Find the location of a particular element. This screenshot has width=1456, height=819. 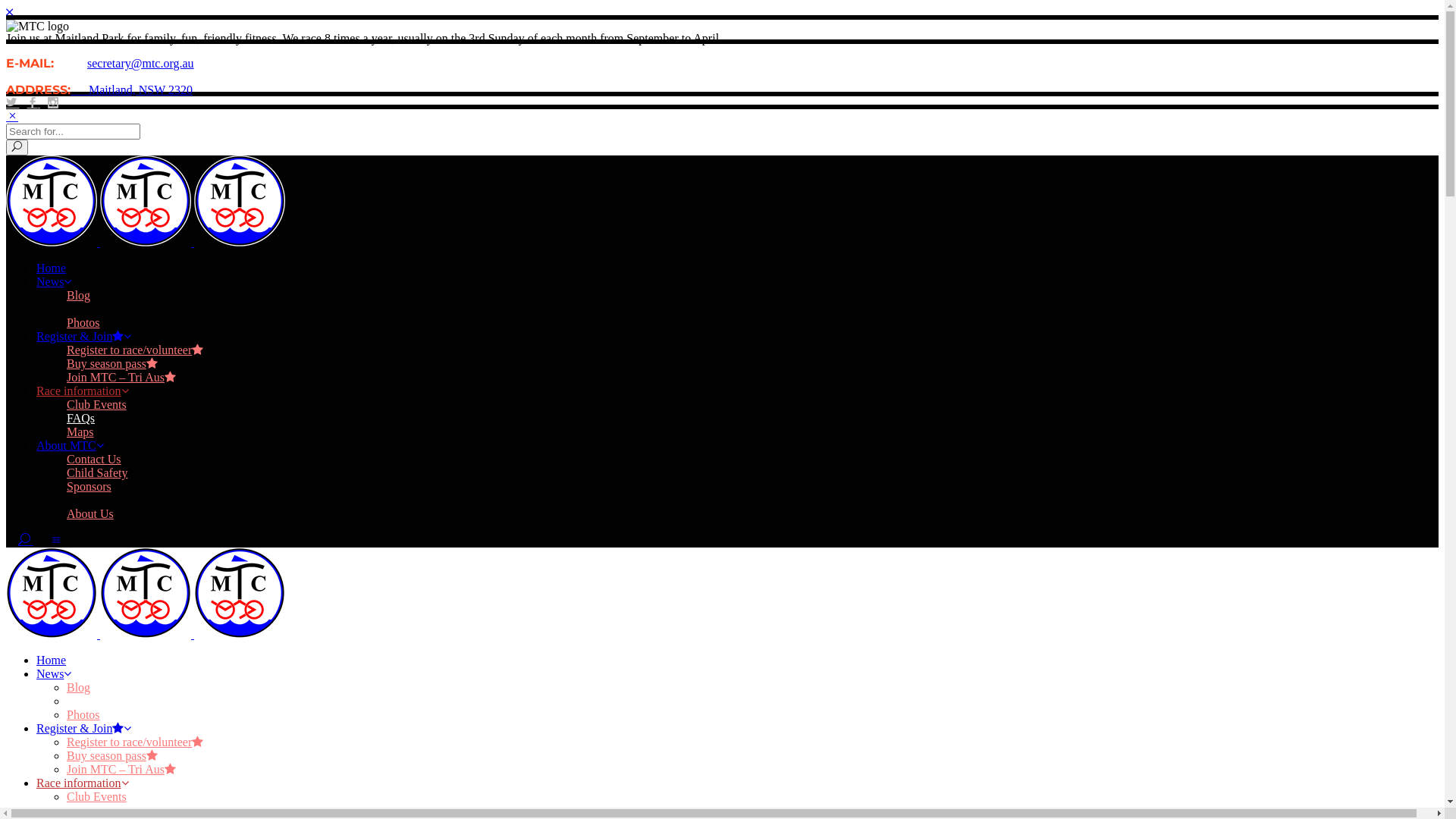

'Register to race/volunteer' is located at coordinates (65, 350).